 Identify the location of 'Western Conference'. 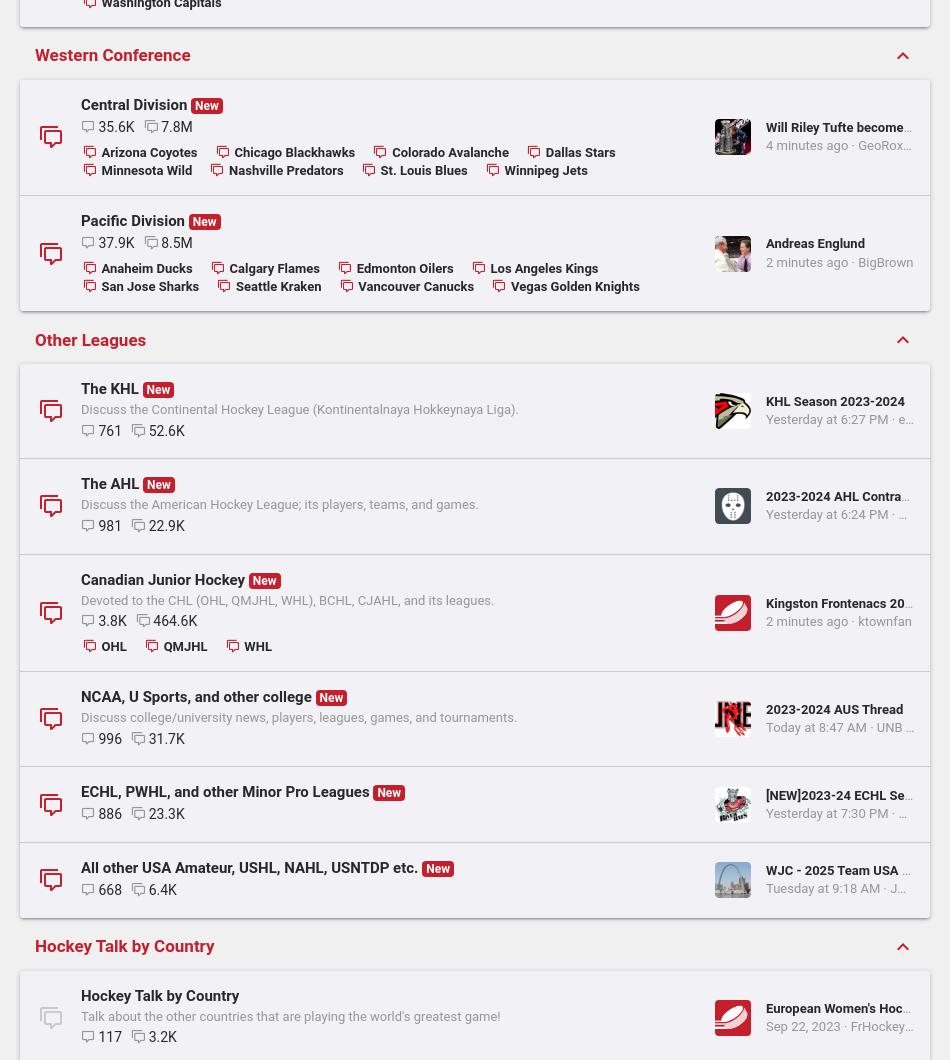
(34, 665).